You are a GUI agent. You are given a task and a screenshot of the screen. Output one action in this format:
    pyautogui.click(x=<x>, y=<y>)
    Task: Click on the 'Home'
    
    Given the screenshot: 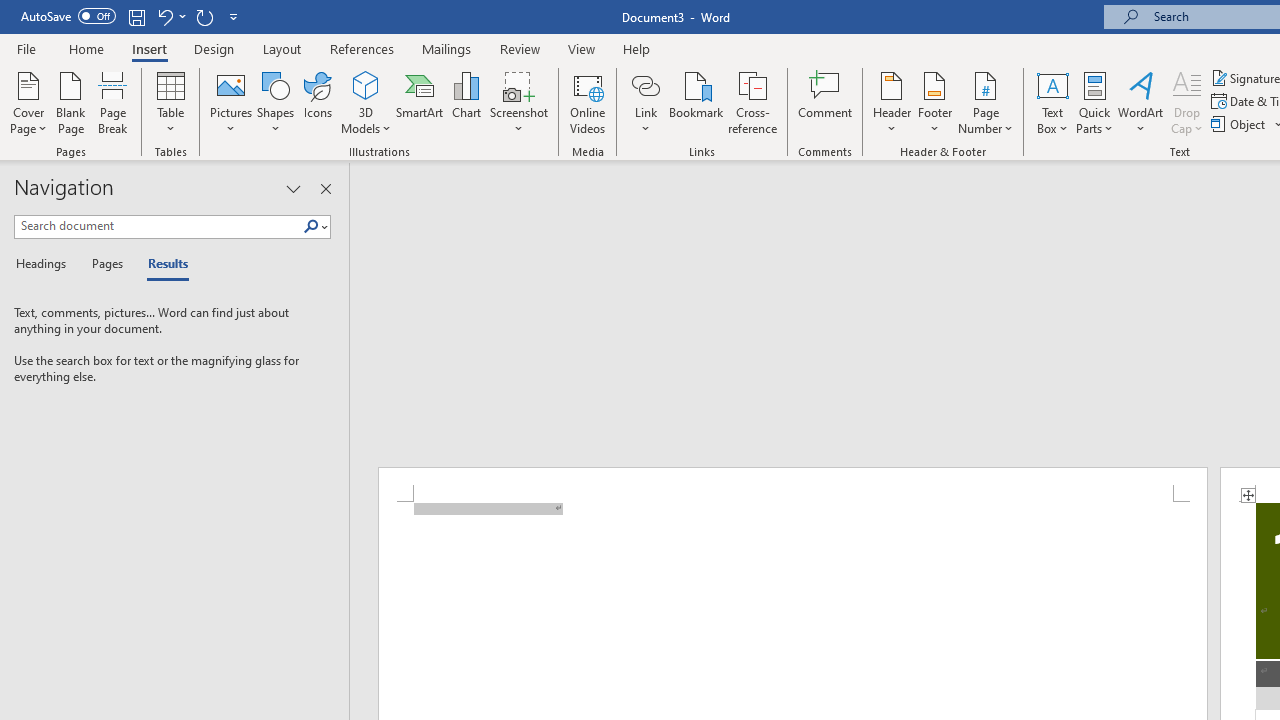 What is the action you would take?
    pyautogui.click(x=85, y=48)
    